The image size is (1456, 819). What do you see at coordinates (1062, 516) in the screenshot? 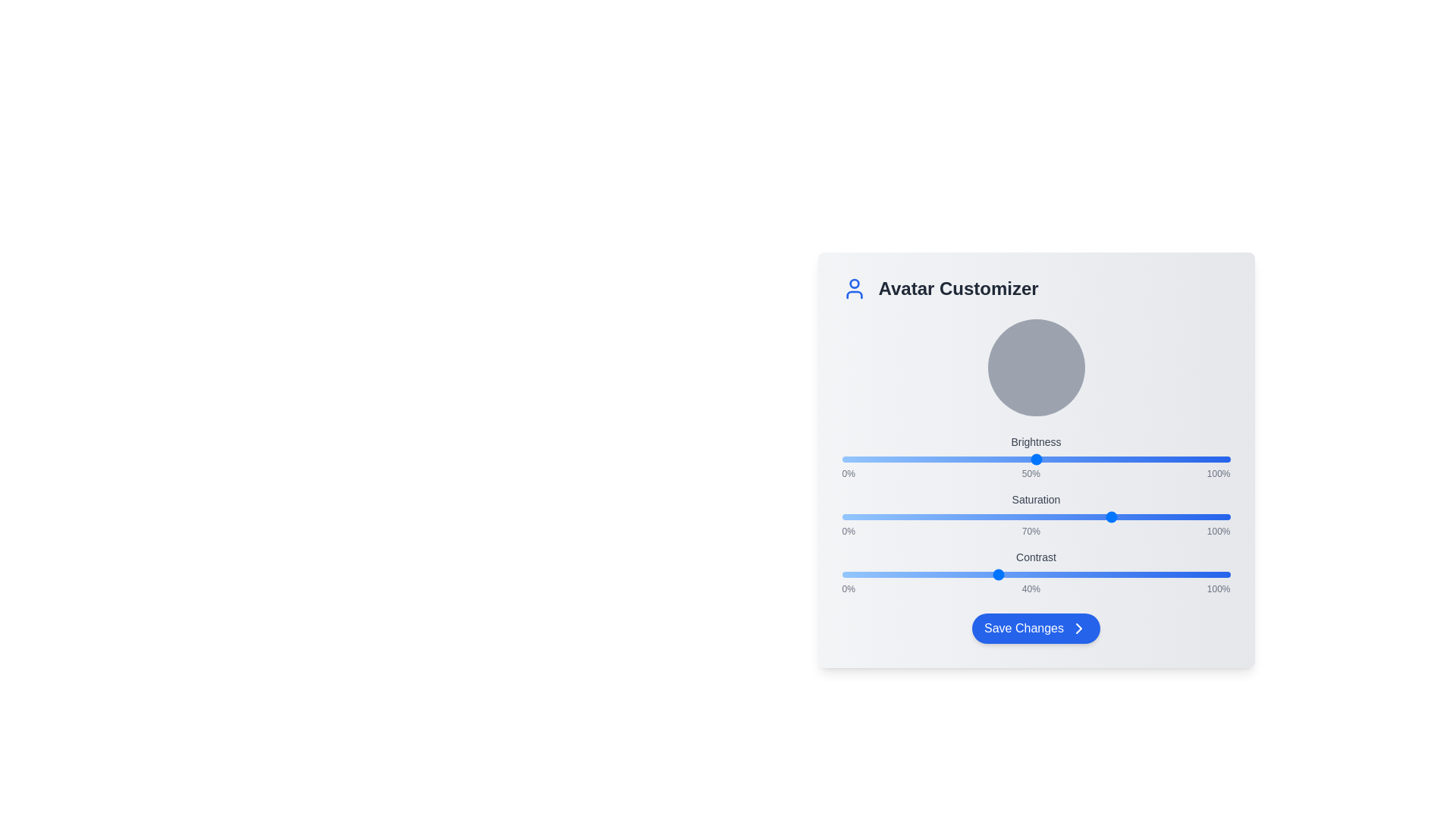
I see `the Saturation slider to 57%` at bounding box center [1062, 516].